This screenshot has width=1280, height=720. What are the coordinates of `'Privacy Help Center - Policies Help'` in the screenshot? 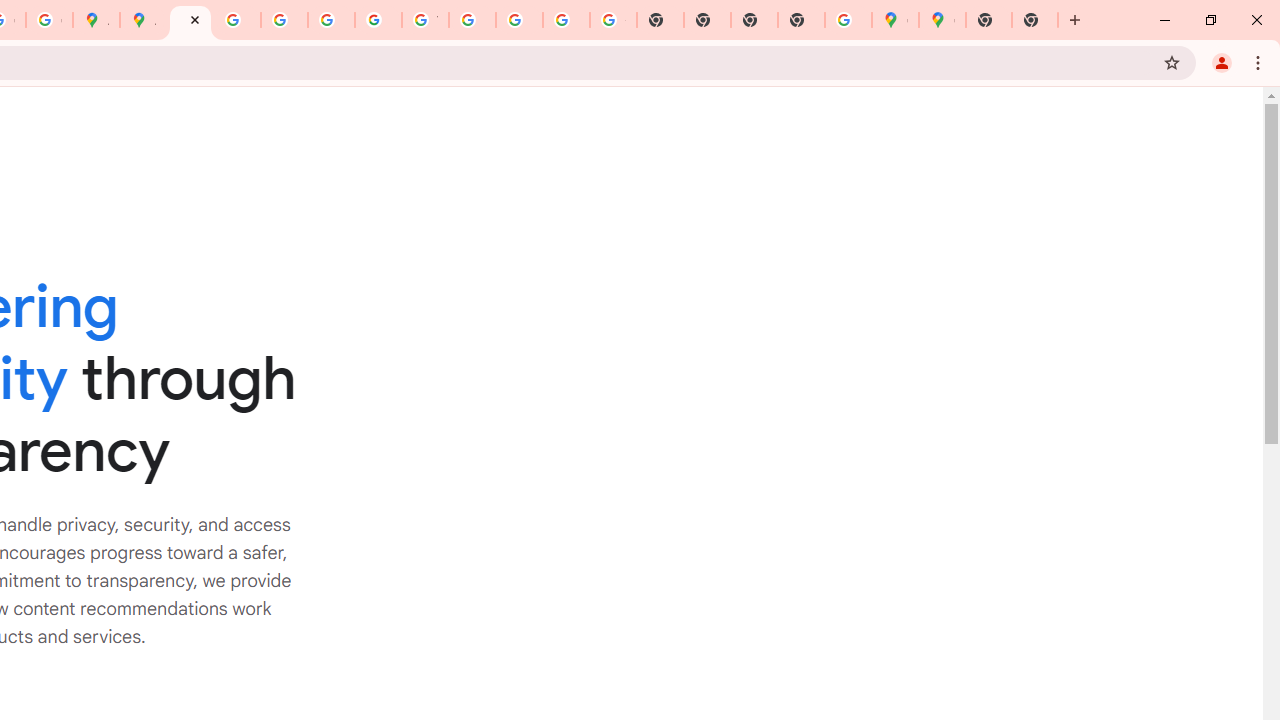 It's located at (237, 20).